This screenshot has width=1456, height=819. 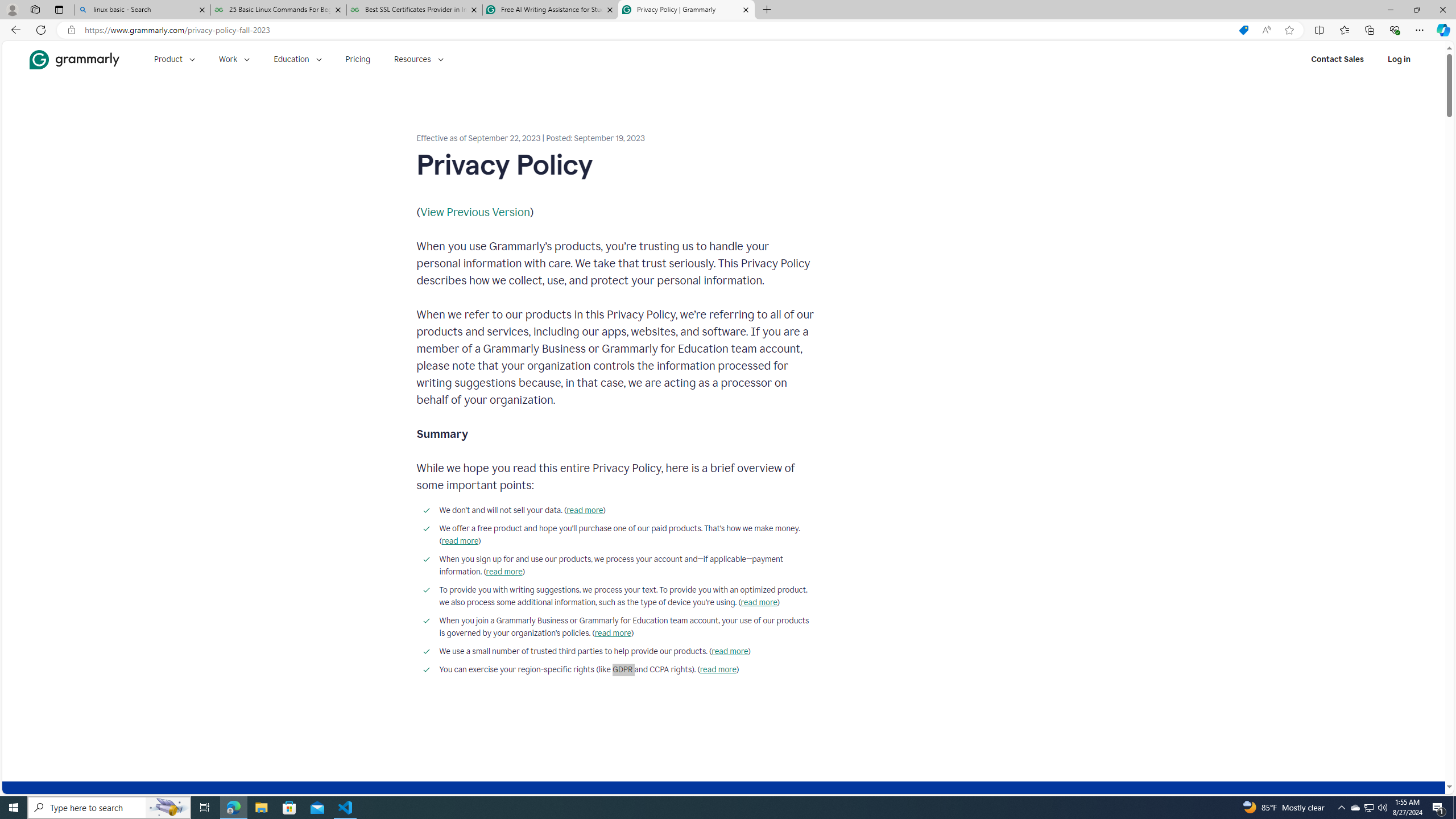 I want to click on '25 Basic Linux Commands For Beginners - GeeksforGeeks', so click(x=278, y=9).